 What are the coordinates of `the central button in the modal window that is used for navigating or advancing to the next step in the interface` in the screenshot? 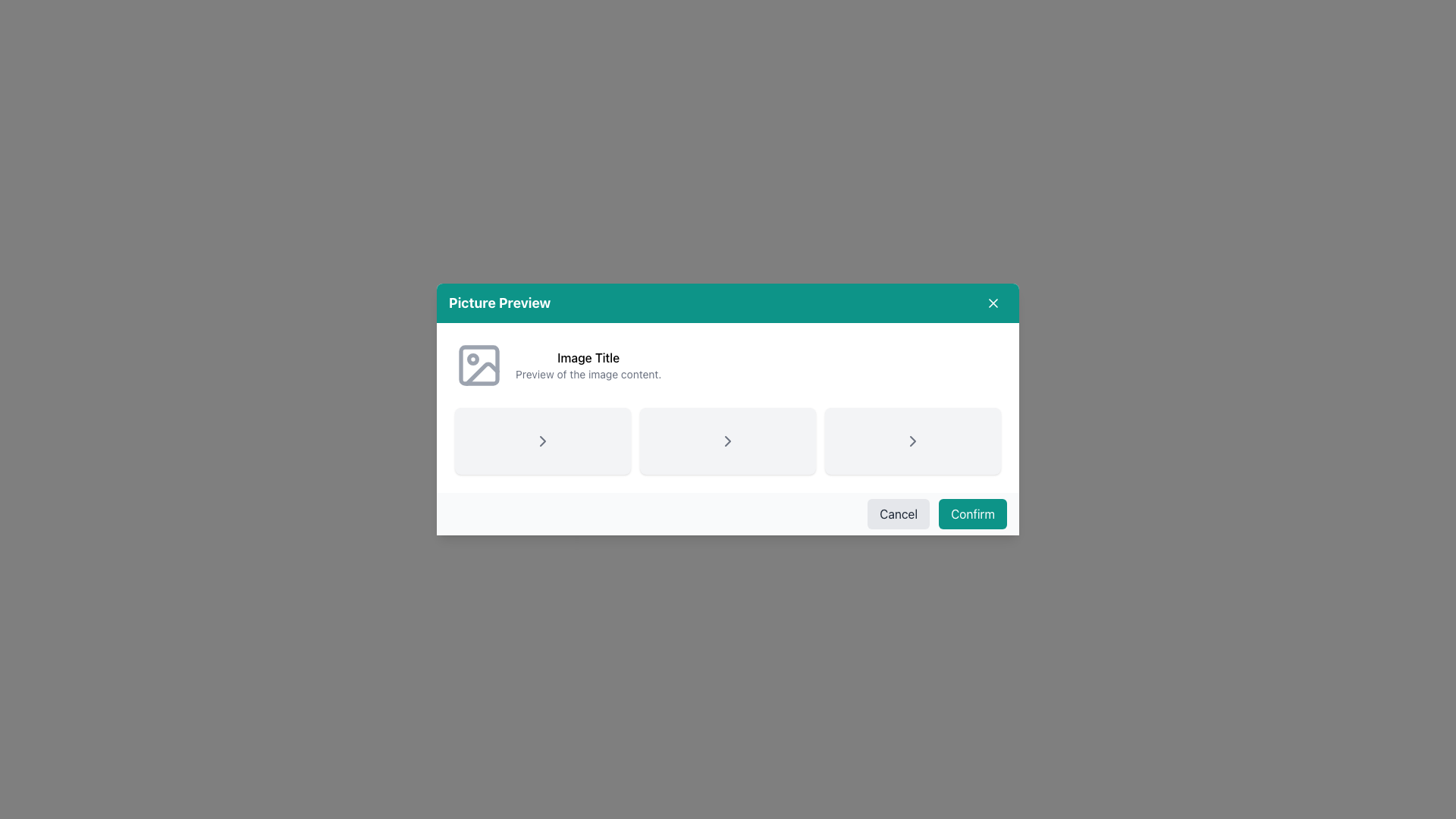 It's located at (728, 441).